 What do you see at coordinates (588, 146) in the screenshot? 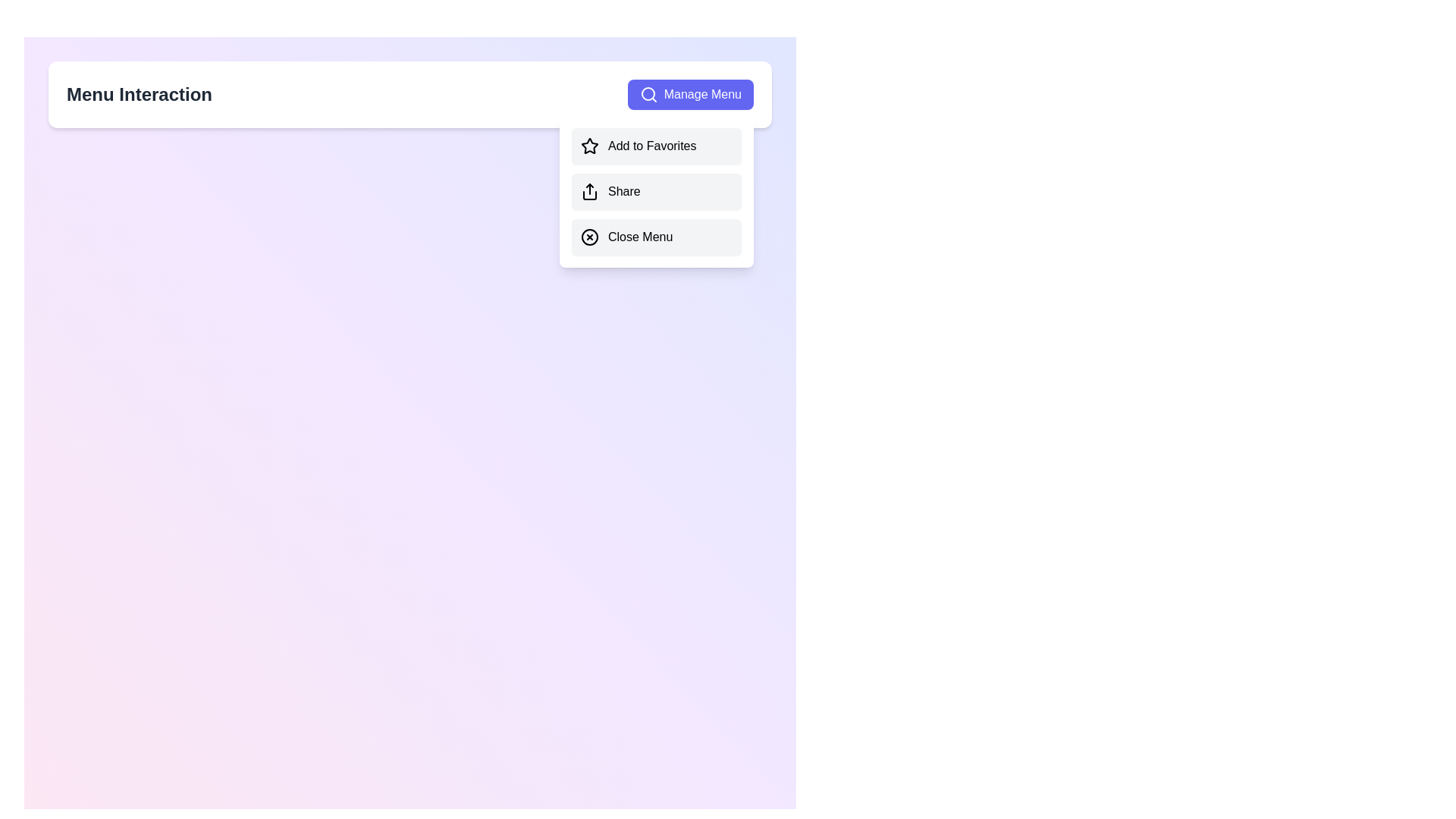
I see `the star icon located at the top of the dropdown menu near the text 'Add to Favorites' to mark the item as a favorite` at bounding box center [588, 146].